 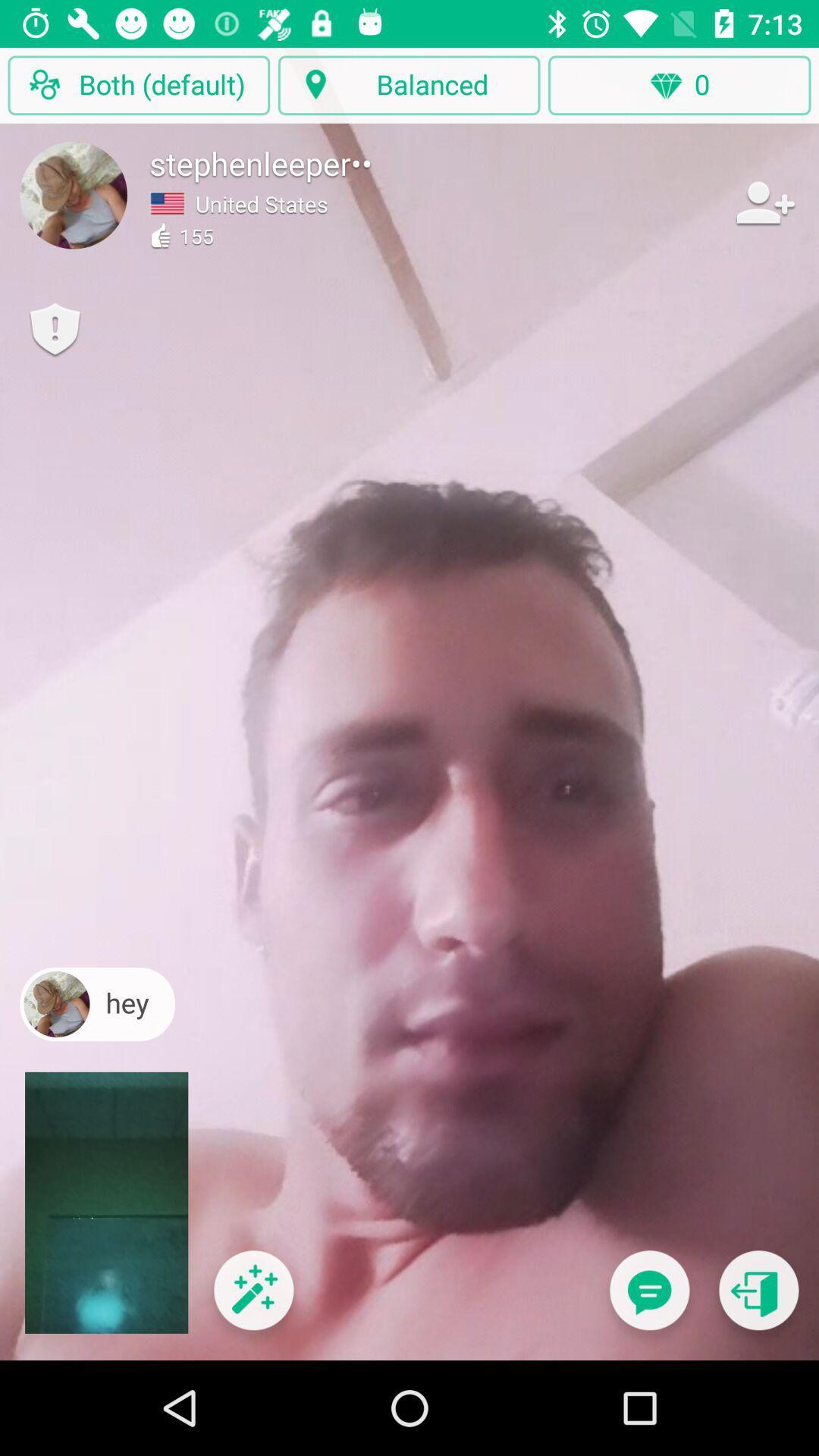 I want to click on the avatar icon, so click(x=74, y=194).